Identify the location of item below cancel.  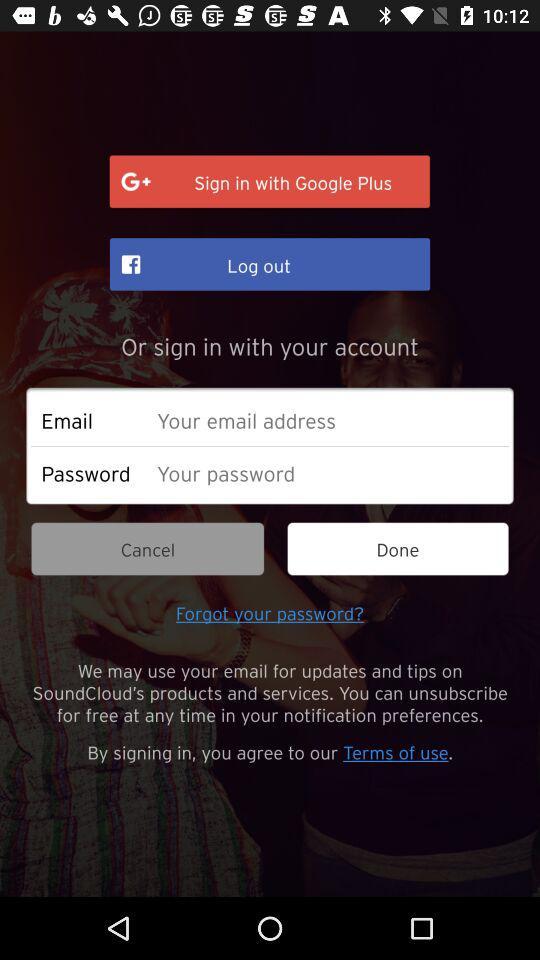
(270, 611).